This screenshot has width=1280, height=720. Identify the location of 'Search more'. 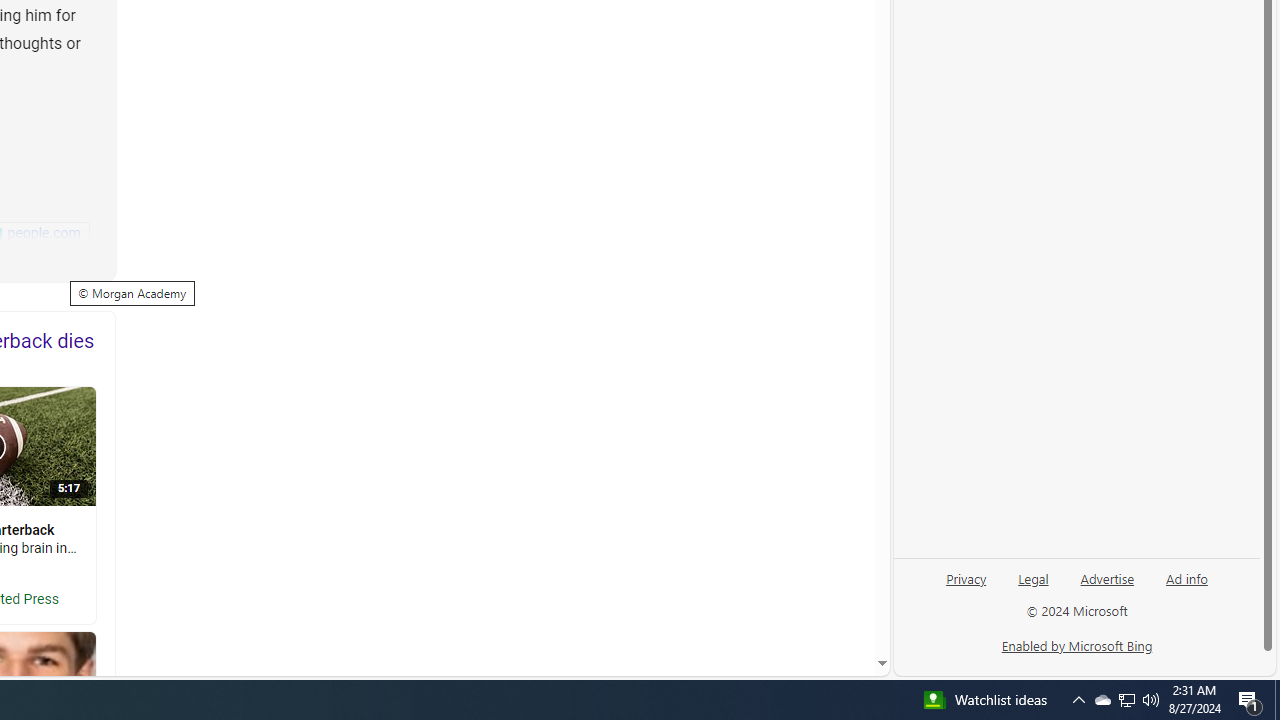
(837, 603).